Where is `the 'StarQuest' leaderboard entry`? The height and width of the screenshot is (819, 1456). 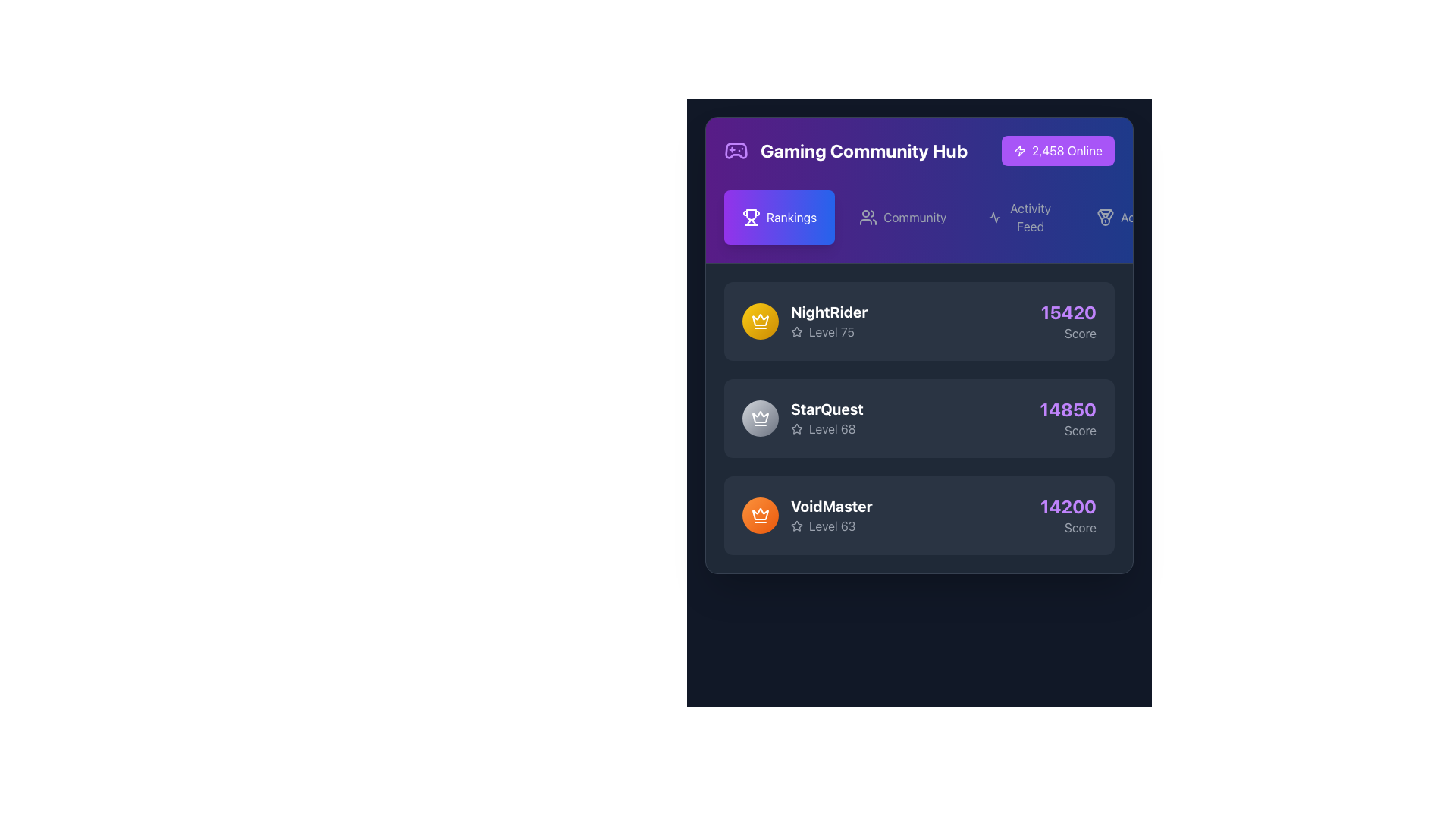 the 'StarQuest' leaderboard entry is located at coordinates (825, 418).